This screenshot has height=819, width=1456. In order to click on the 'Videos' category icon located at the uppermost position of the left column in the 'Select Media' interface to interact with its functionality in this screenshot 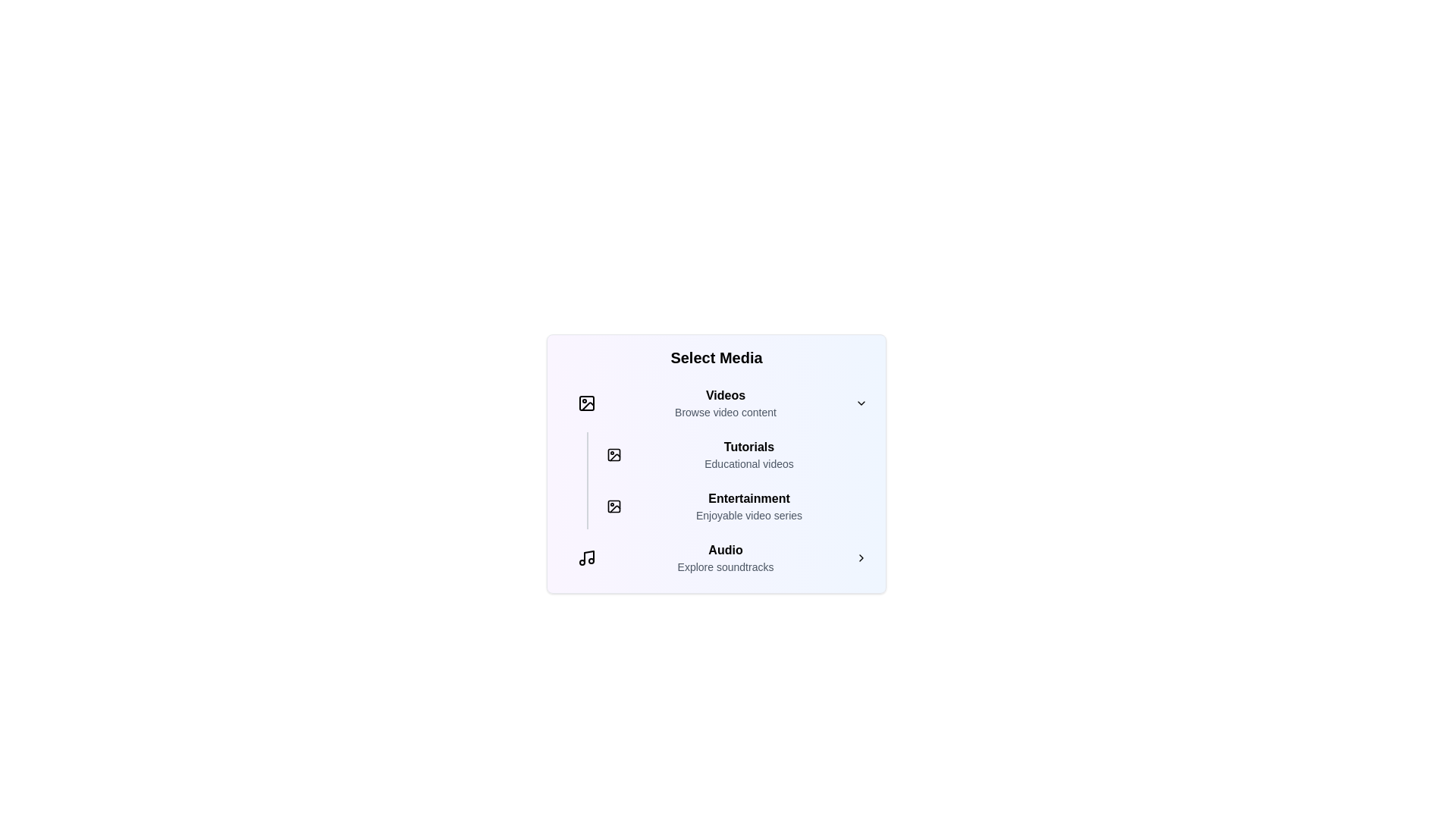, I will do `click(585, 403)`.